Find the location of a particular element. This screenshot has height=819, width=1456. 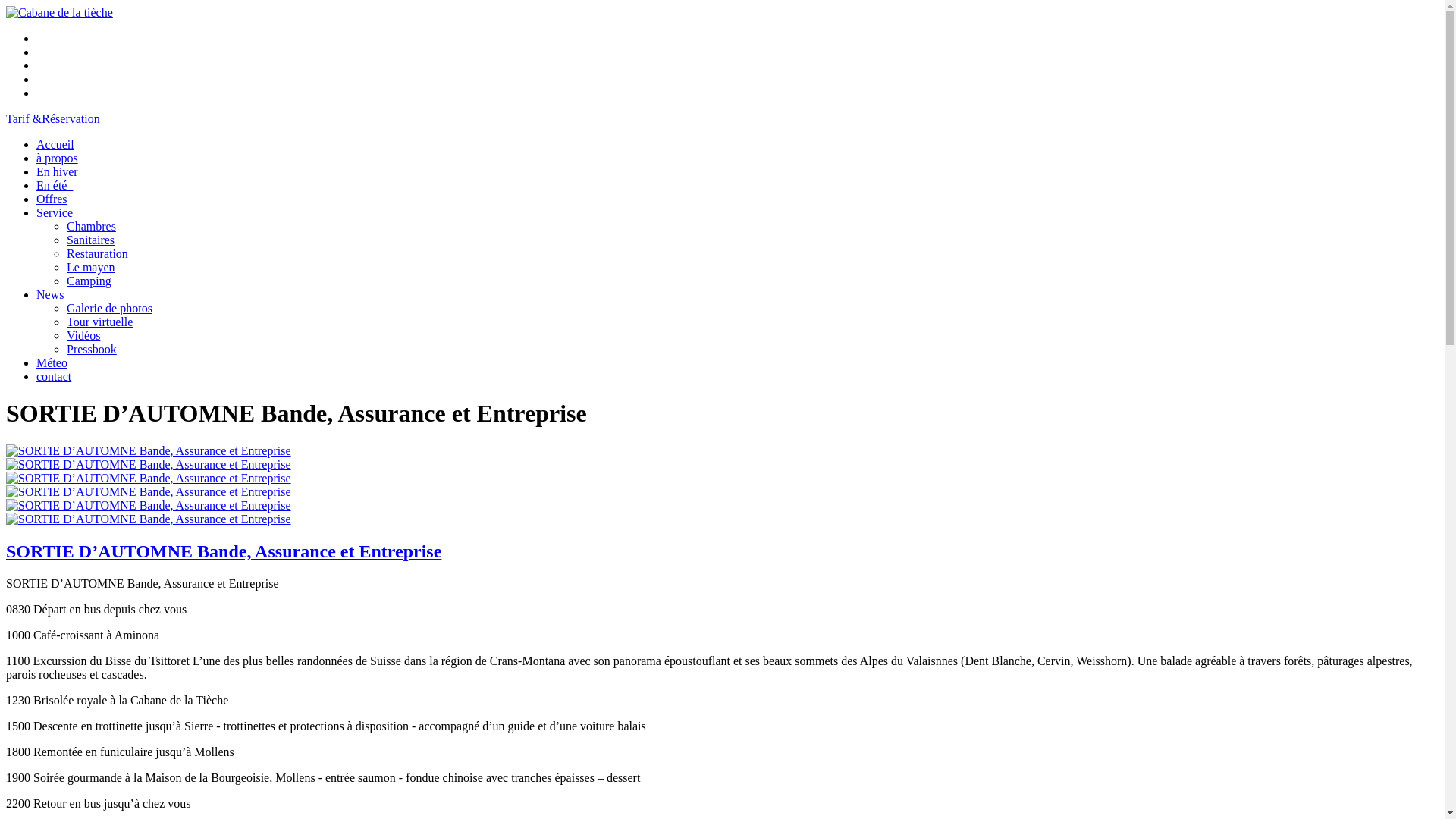

'Restauration' is located at coordinates (96, 253).